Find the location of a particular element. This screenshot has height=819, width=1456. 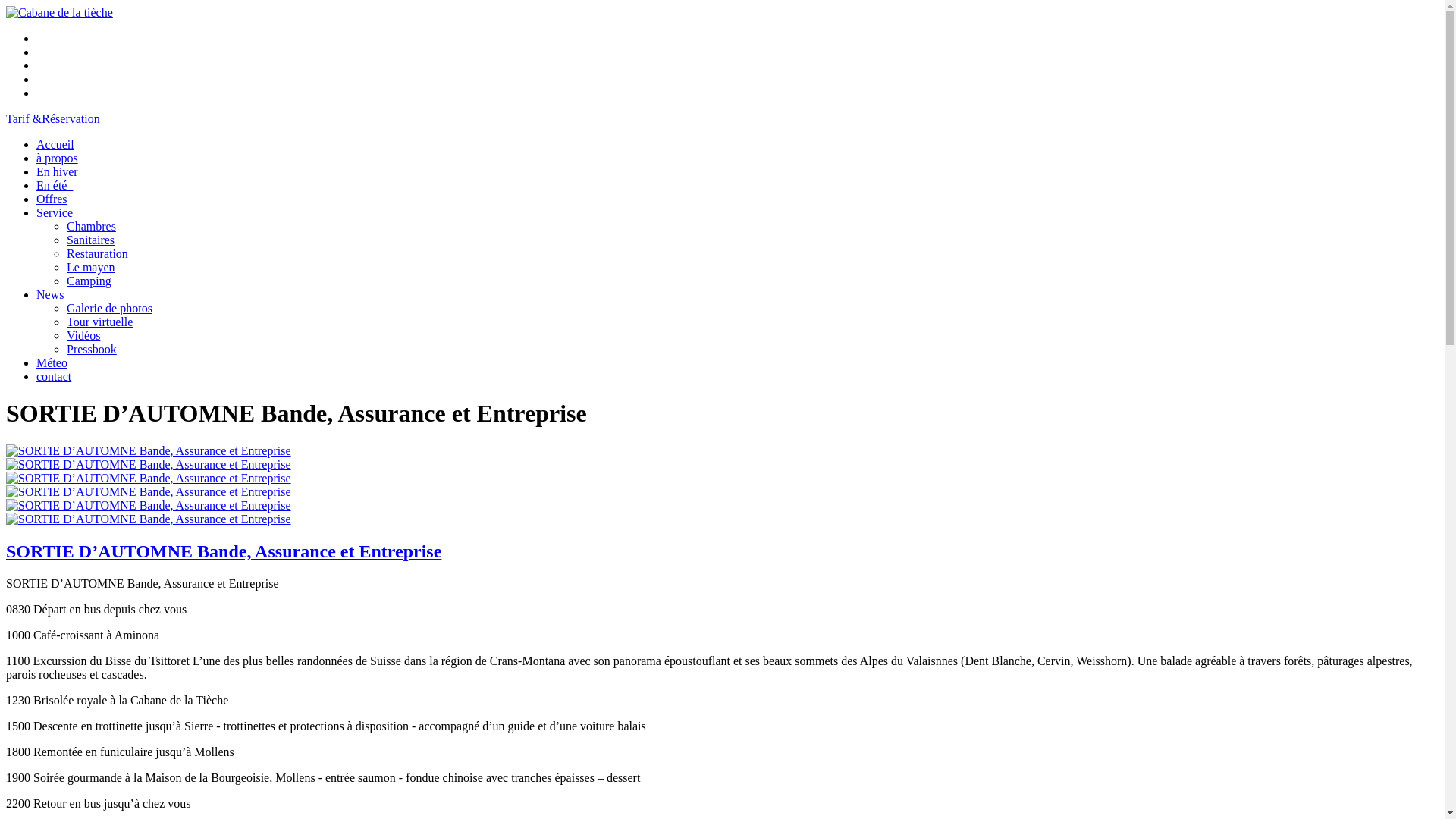

'Restauration' is located at coordinates (96, 253).